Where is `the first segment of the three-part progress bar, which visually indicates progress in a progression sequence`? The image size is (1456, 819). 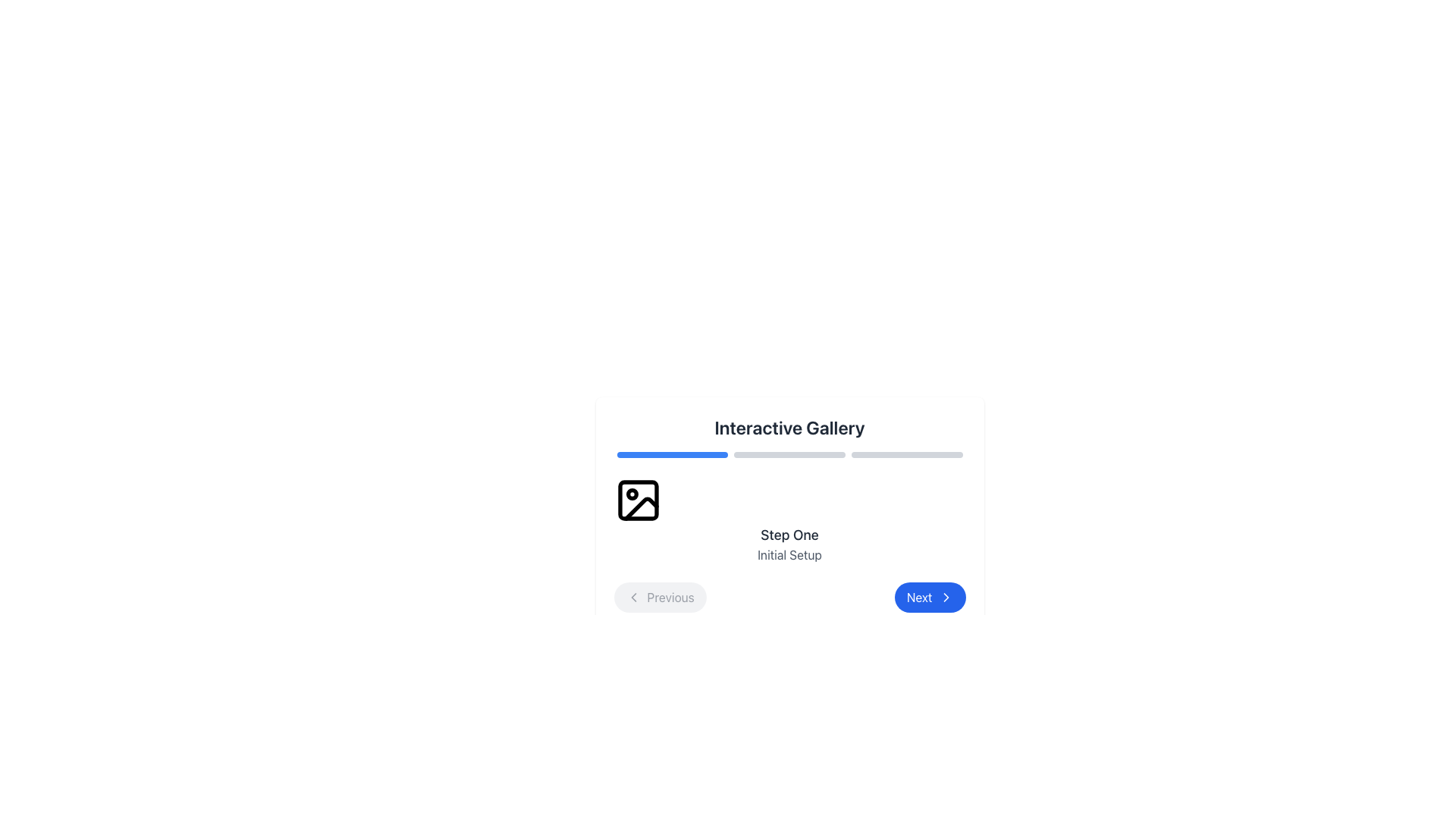 the first segment of the three-part progress bar, which visually indicates progress in a progression sequence is located at coordinates (671, 454).